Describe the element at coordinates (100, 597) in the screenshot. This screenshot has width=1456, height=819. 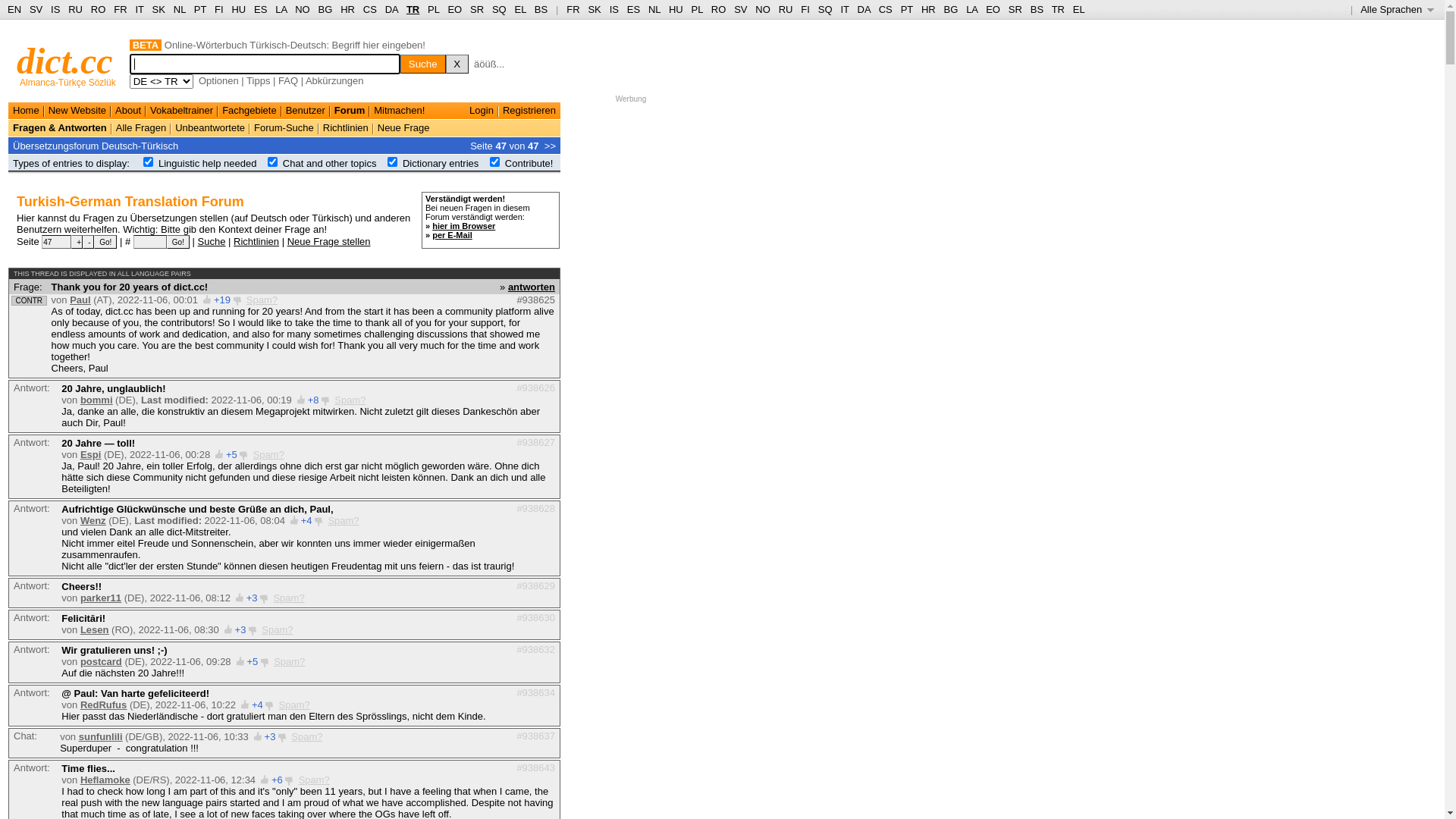
I see `'parker11'` at that location.